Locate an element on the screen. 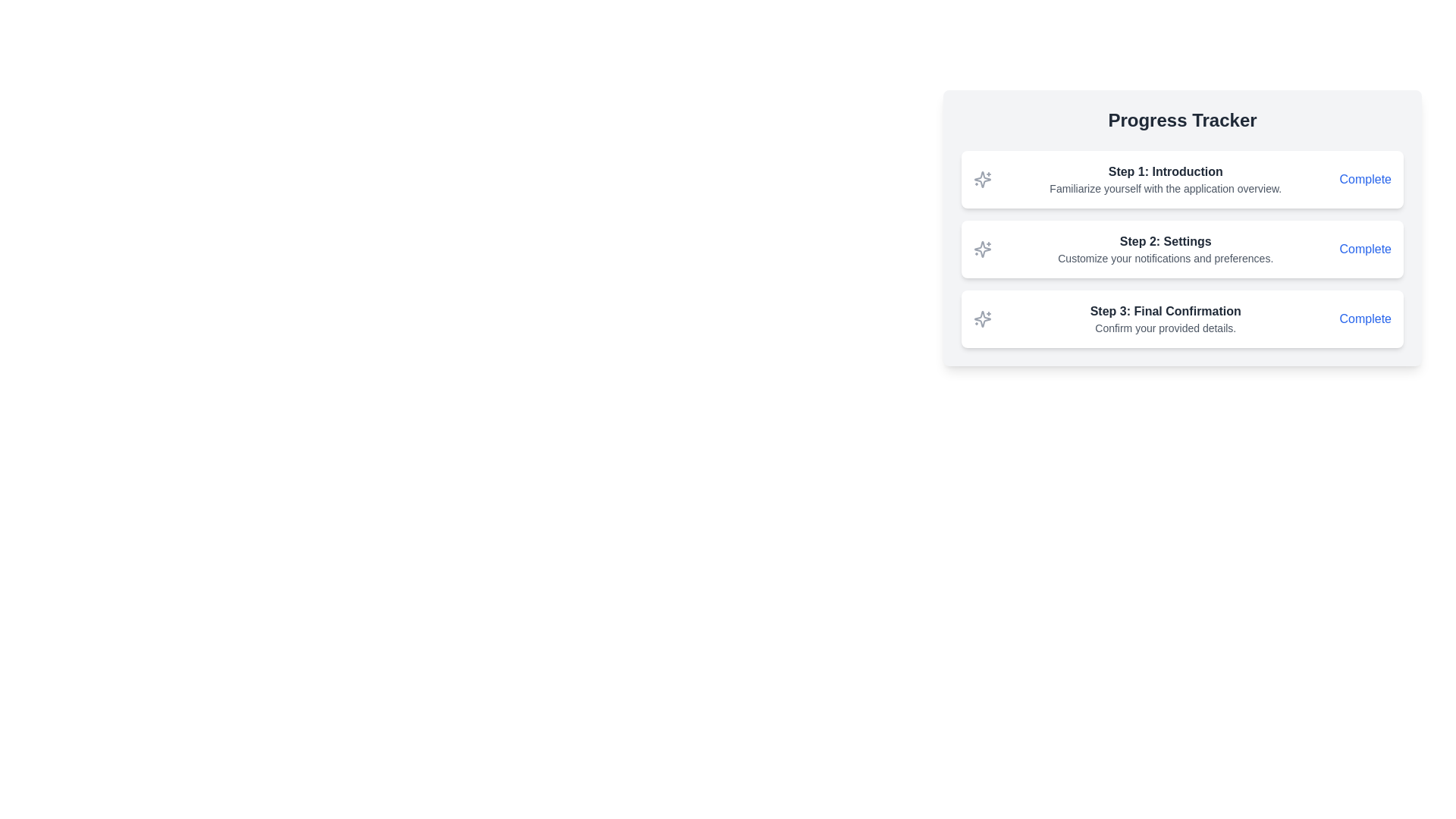 The height and width of the screenshot is (819, 1456). the gray sparkles icon, which is the leftmost icon in the second step of the progress tracker, located between 'Step 1: Introduction' and 'Step 3: Final Confirmation' is located at coordinates (983, 248).